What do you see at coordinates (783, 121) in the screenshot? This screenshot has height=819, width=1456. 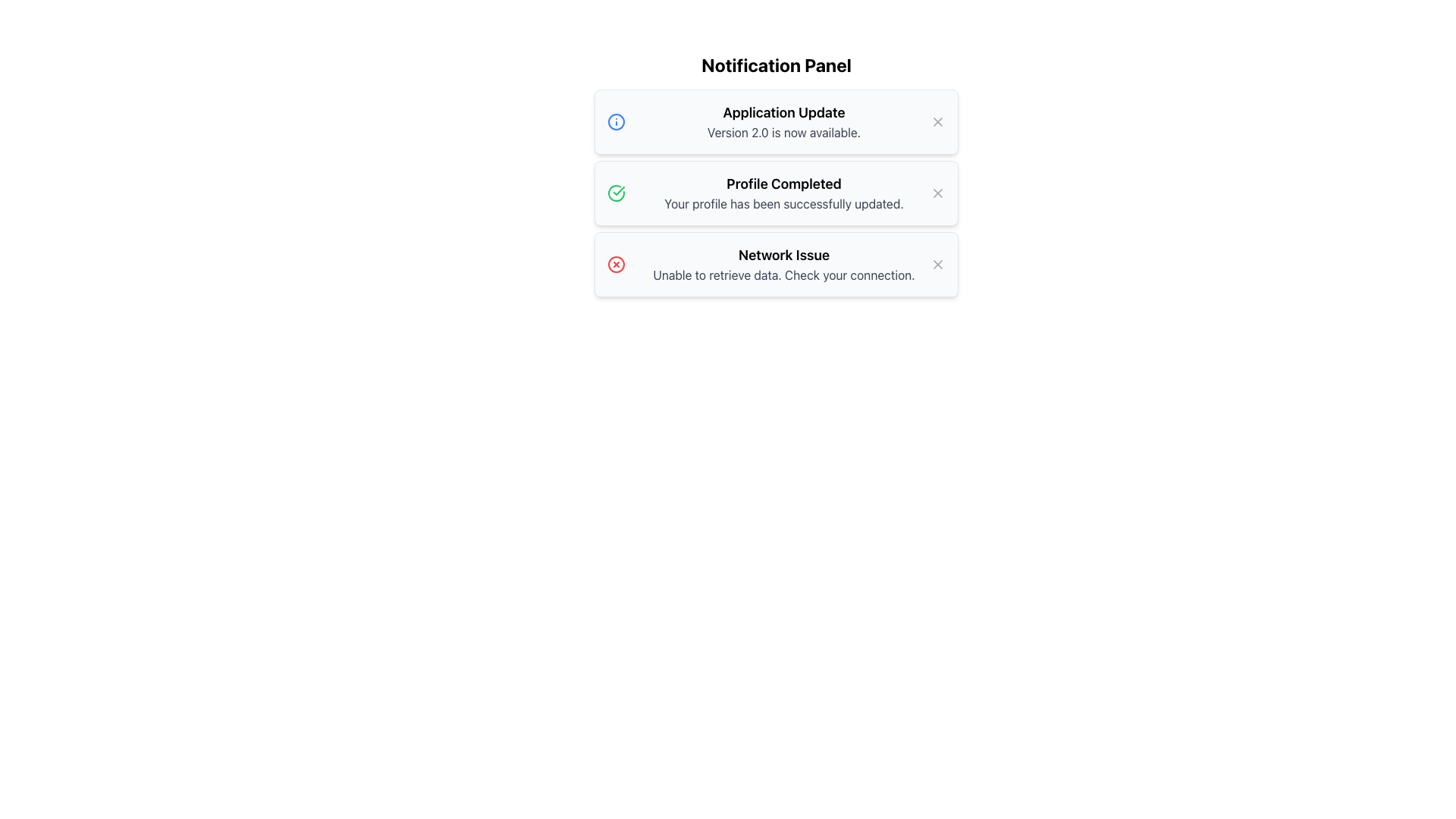 I see `the static text display that conveys application update information located at the top section of the notification panel` at bounding box center [783, 121].